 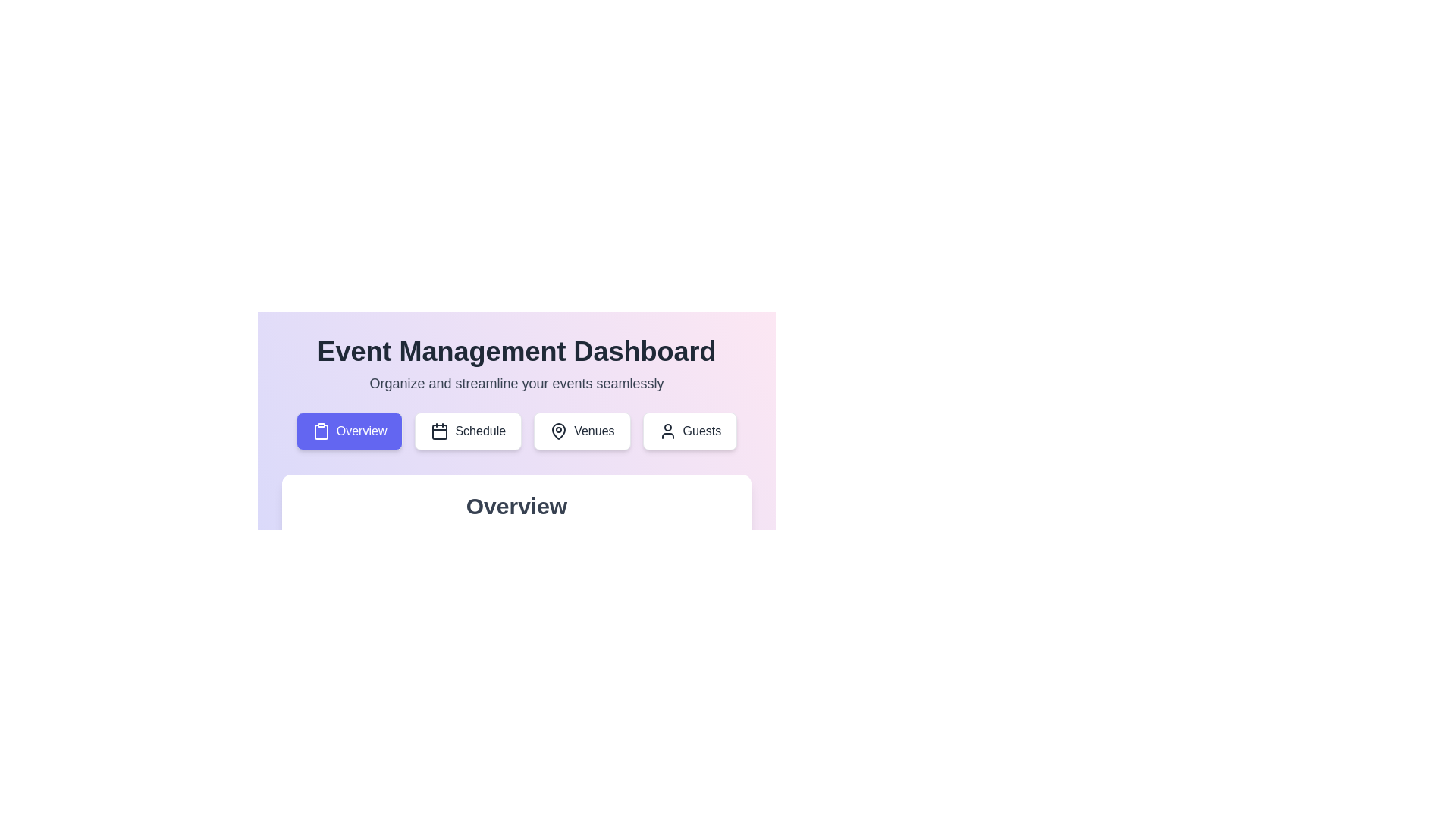 I want to click on the tab labeled Schedule to view its content, so click(x=468, y=431).